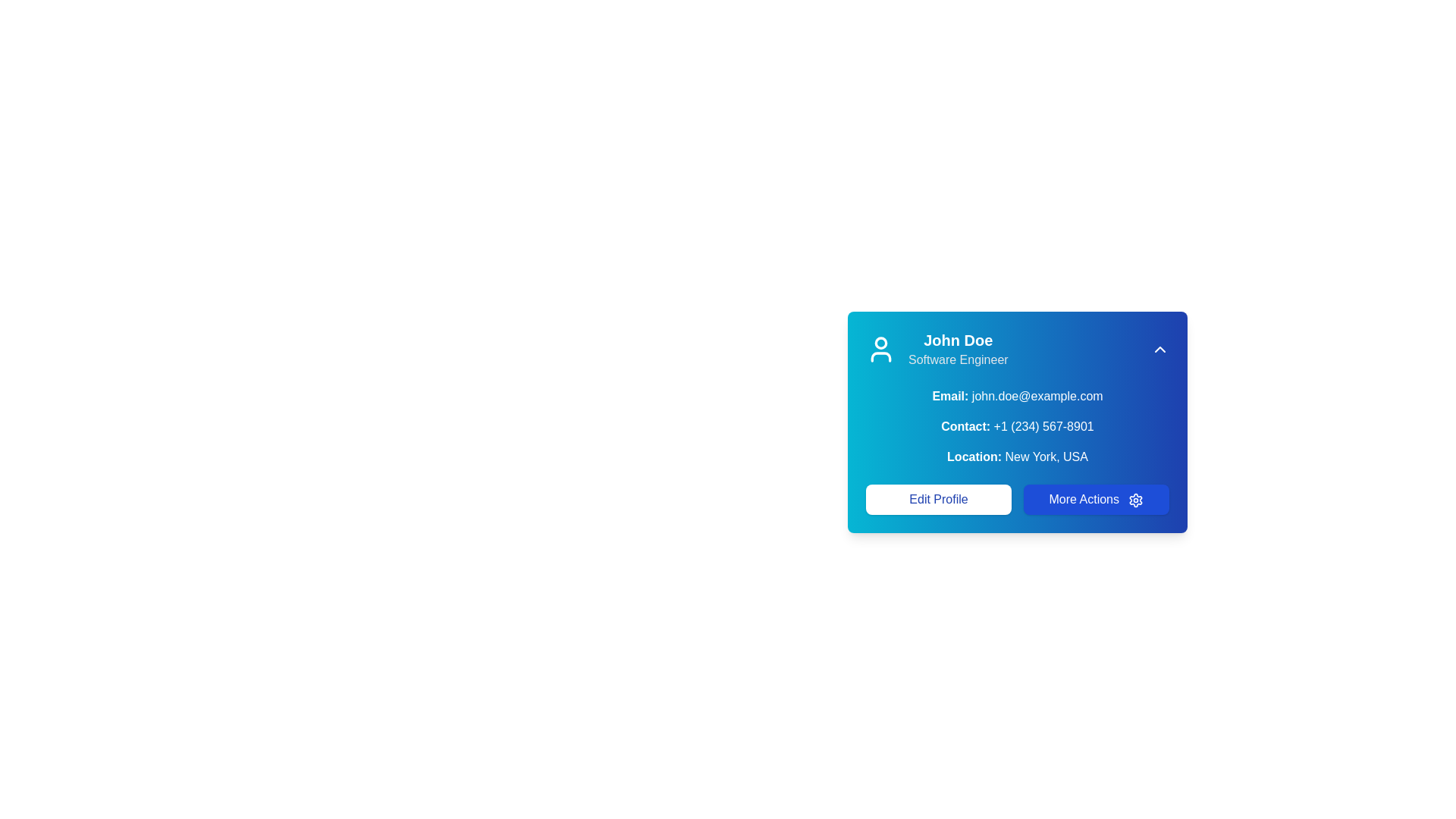 The image size is (1456, 819). What do you see at coordinates (1136, 500) in the screenshot?
I see `the settings icon, which is a gear-shaped outline in blue and white hues, located to the right of the 'More Actions' button` at bounding box center [1136, 500].